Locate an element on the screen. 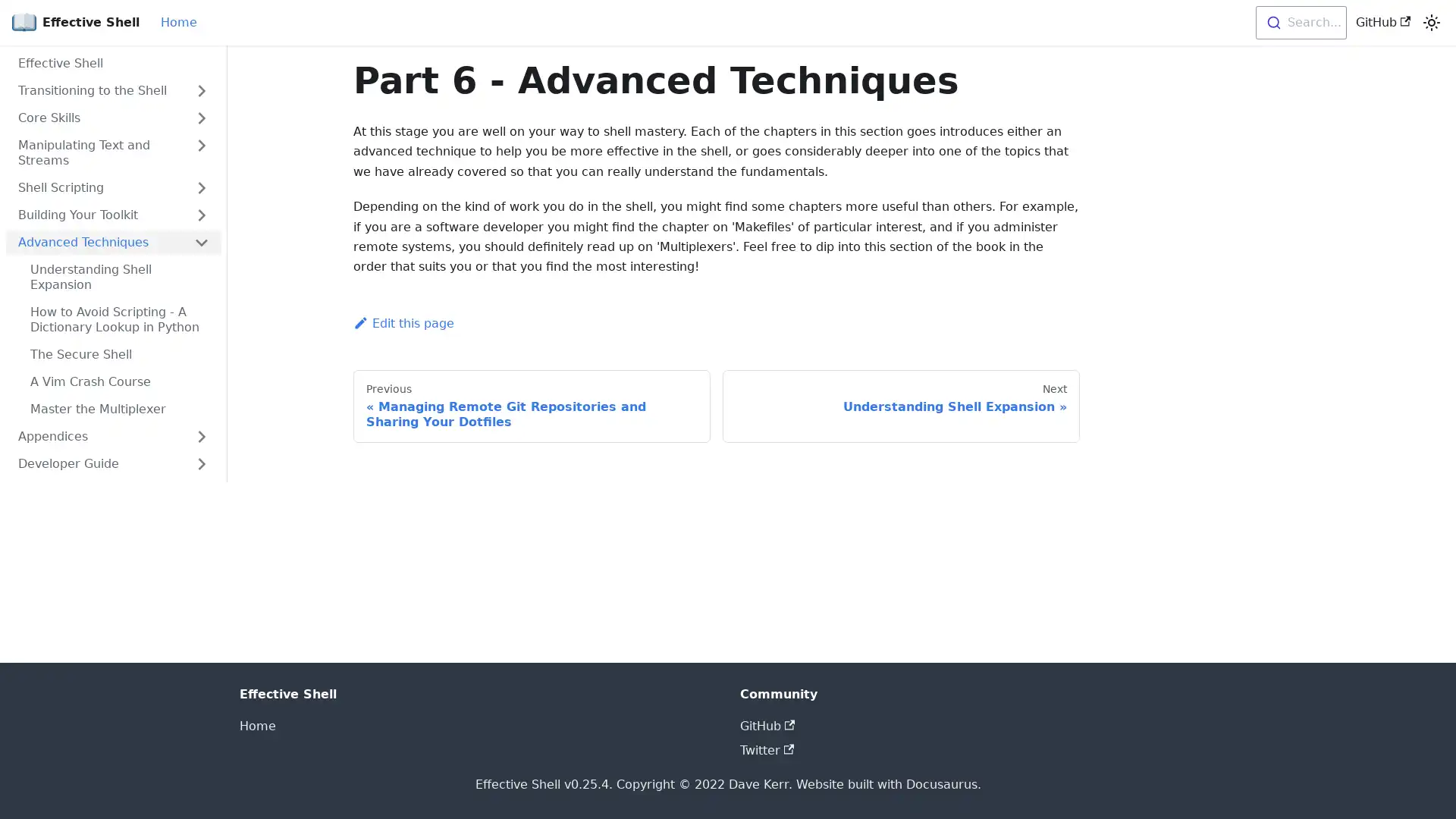  Toggle the collapsible sidebar category 'Transitioning to the Shell' is located at coordinates (200, 90).